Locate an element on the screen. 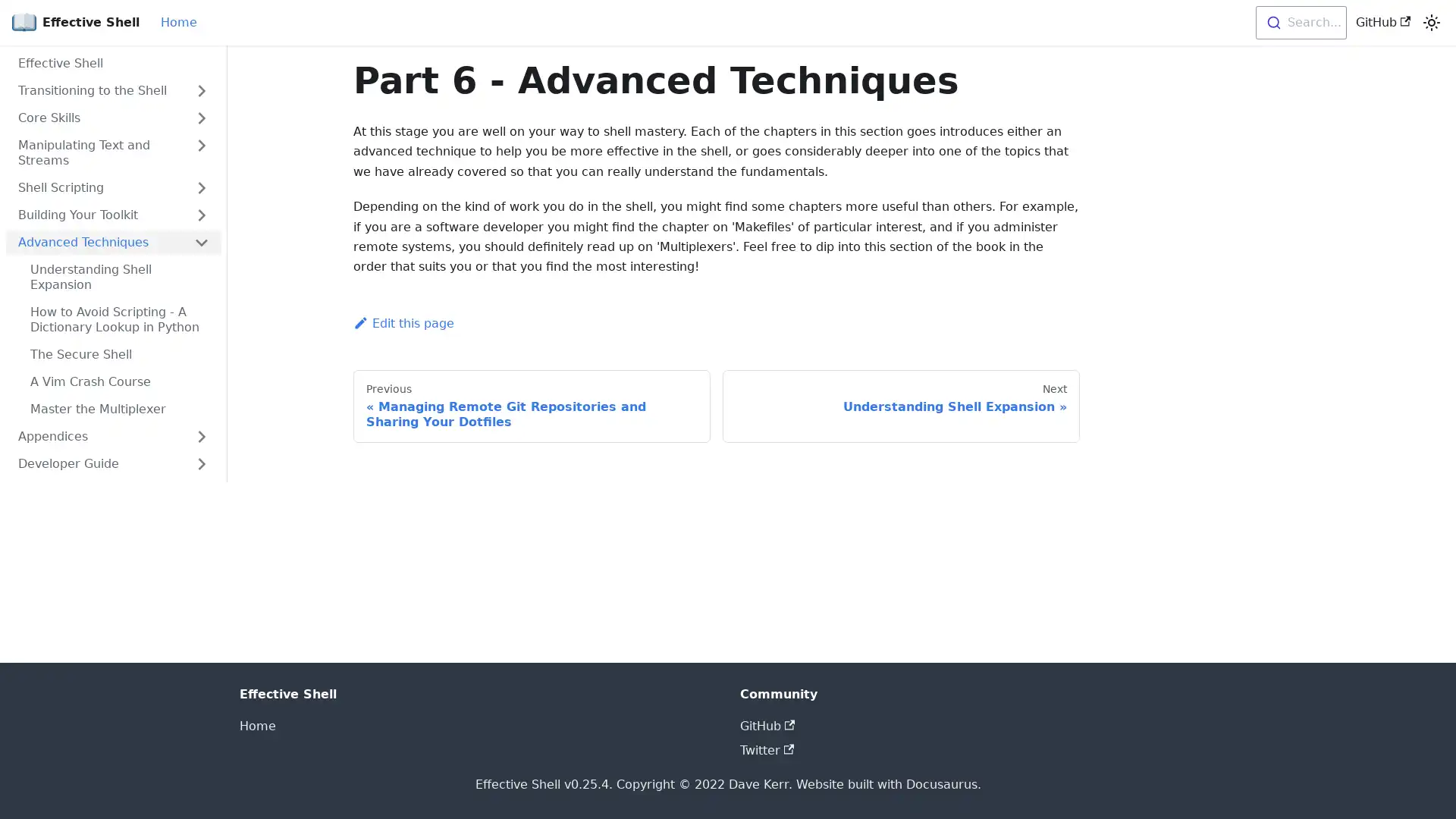  Toggle the collapsible sidebar category 'Transitioning to the Shell' is located at coordinates (200, 90).